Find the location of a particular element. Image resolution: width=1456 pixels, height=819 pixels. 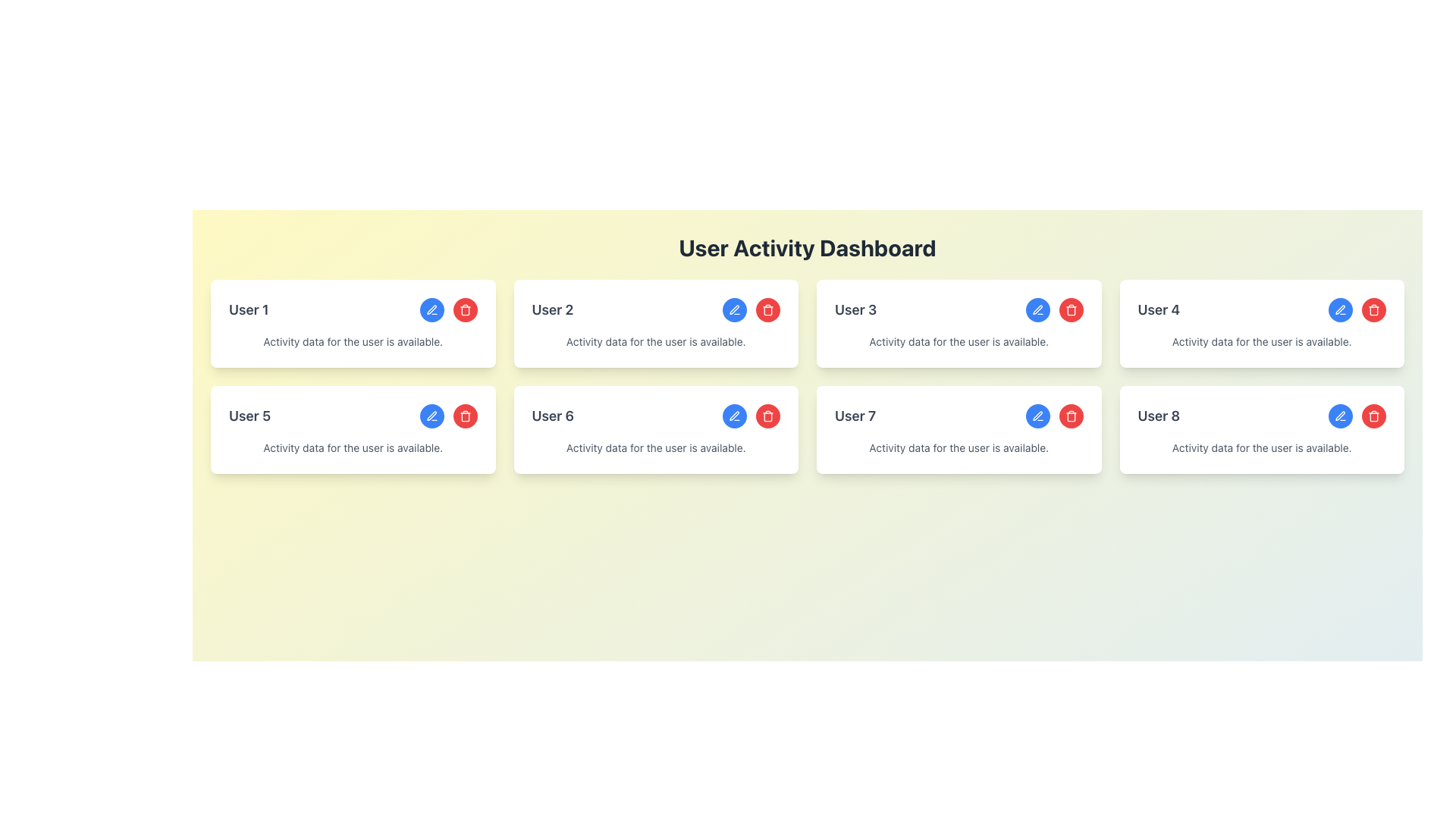

message 'Activity data for the user is available.' displayed in small gray text below 'User 8' in the card-like structure is located at coordinates (1262, 447).